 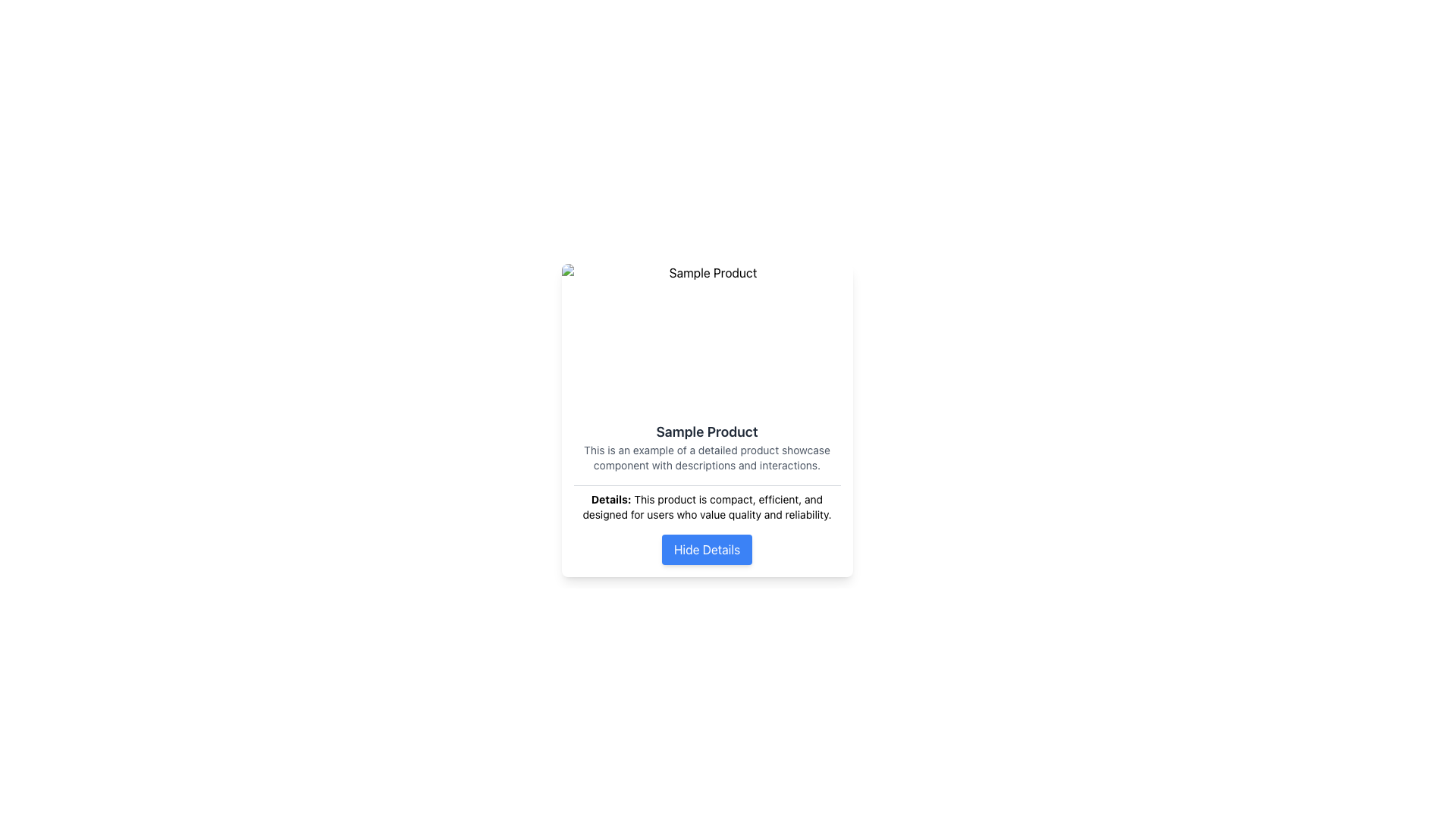 What do you see at coordinates (706, 457) in the screenshot?
I see `the Text Label element that reads: 'This is an example of a detailed product showcase component with descriptions and interactions.', located below the title 'Sample Product'` at bounding box center [706, 457].